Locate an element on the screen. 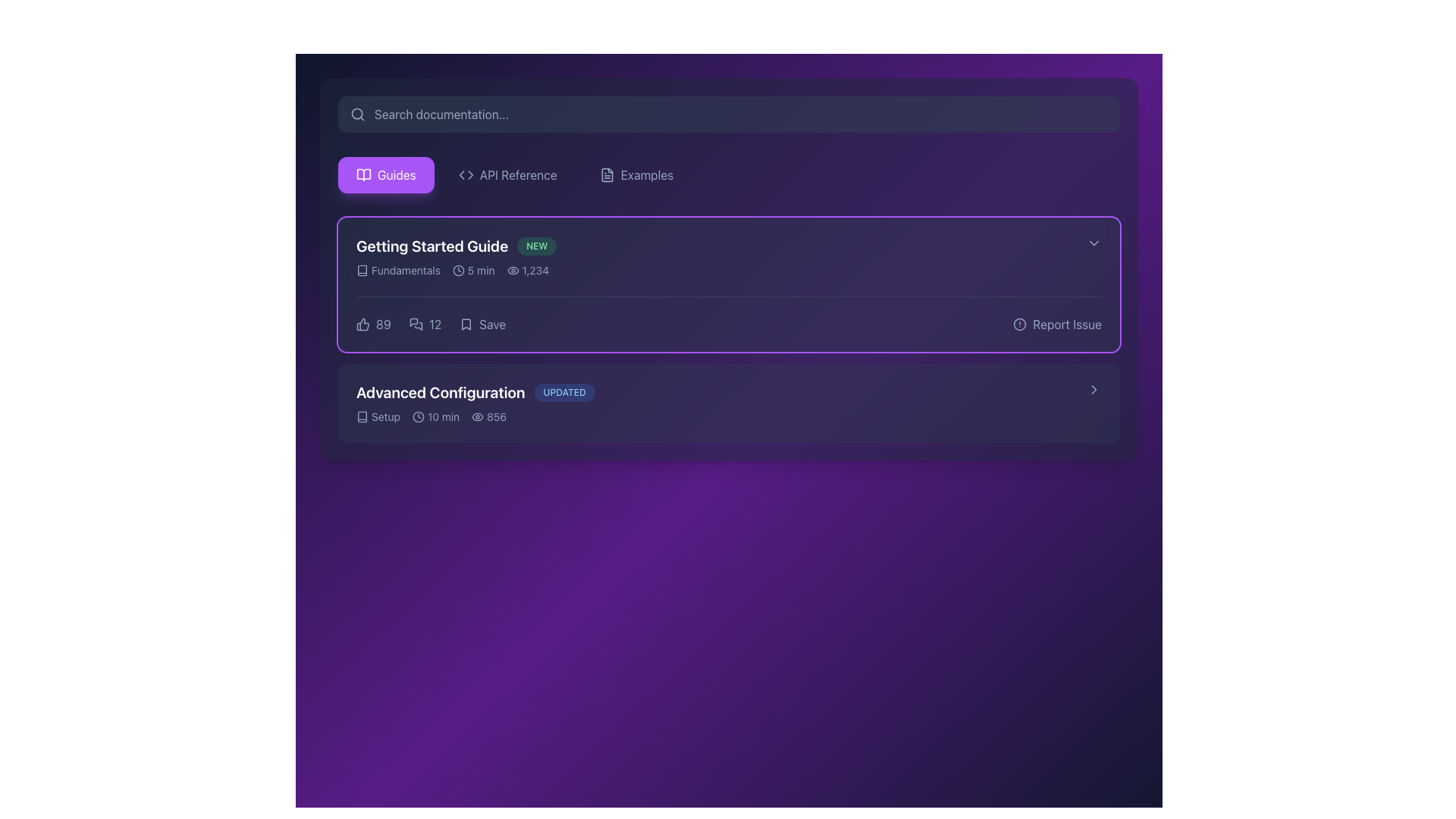  text from the label located at the bottom-left corner of the 'Advanced Configuration' card, adjacent to the book icon is located at coordinates (385, 417).